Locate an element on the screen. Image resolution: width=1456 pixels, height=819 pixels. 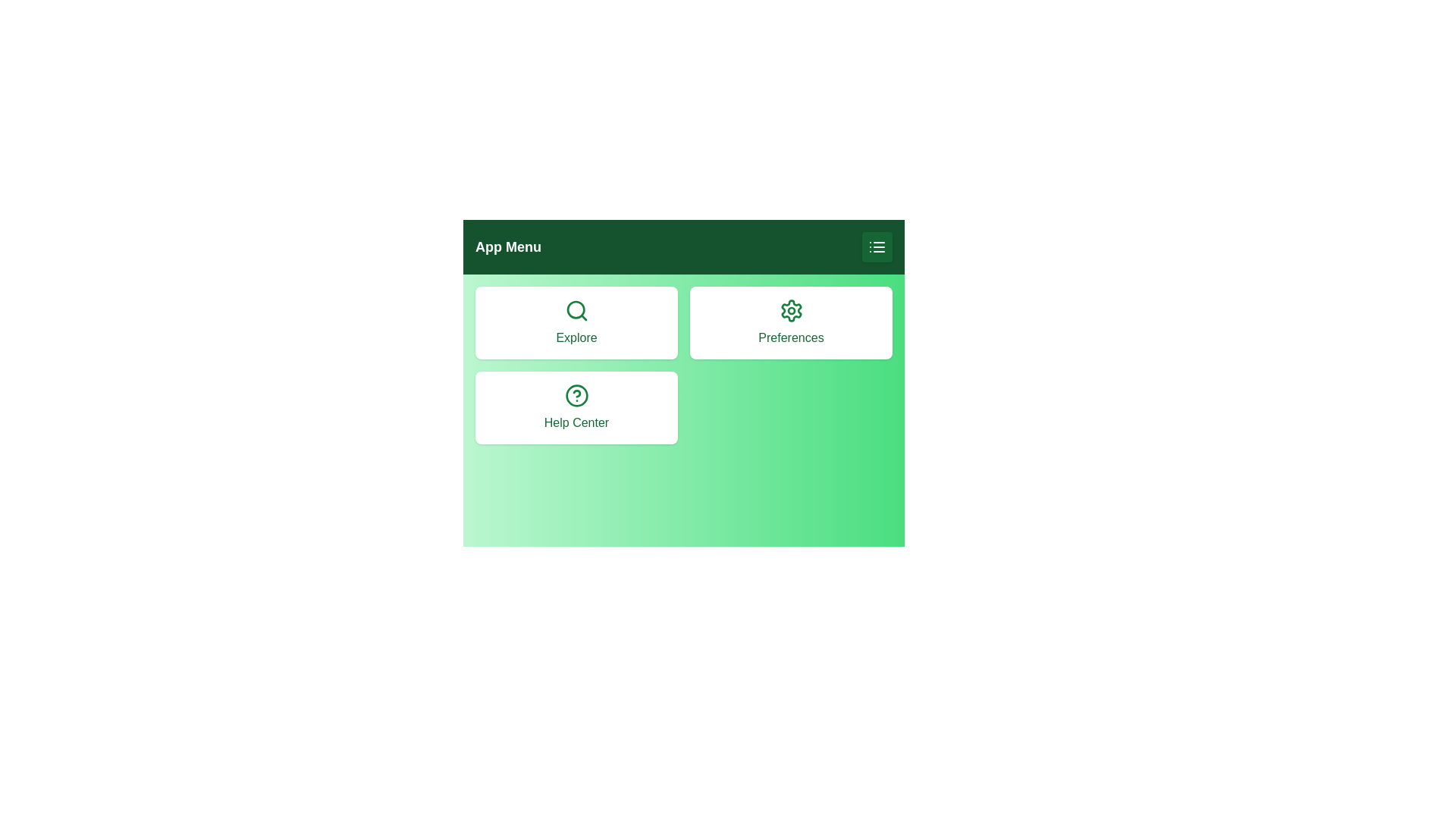
the 'Help Center' button to navigate to the Help Center section is located at coordinates (576, 406).